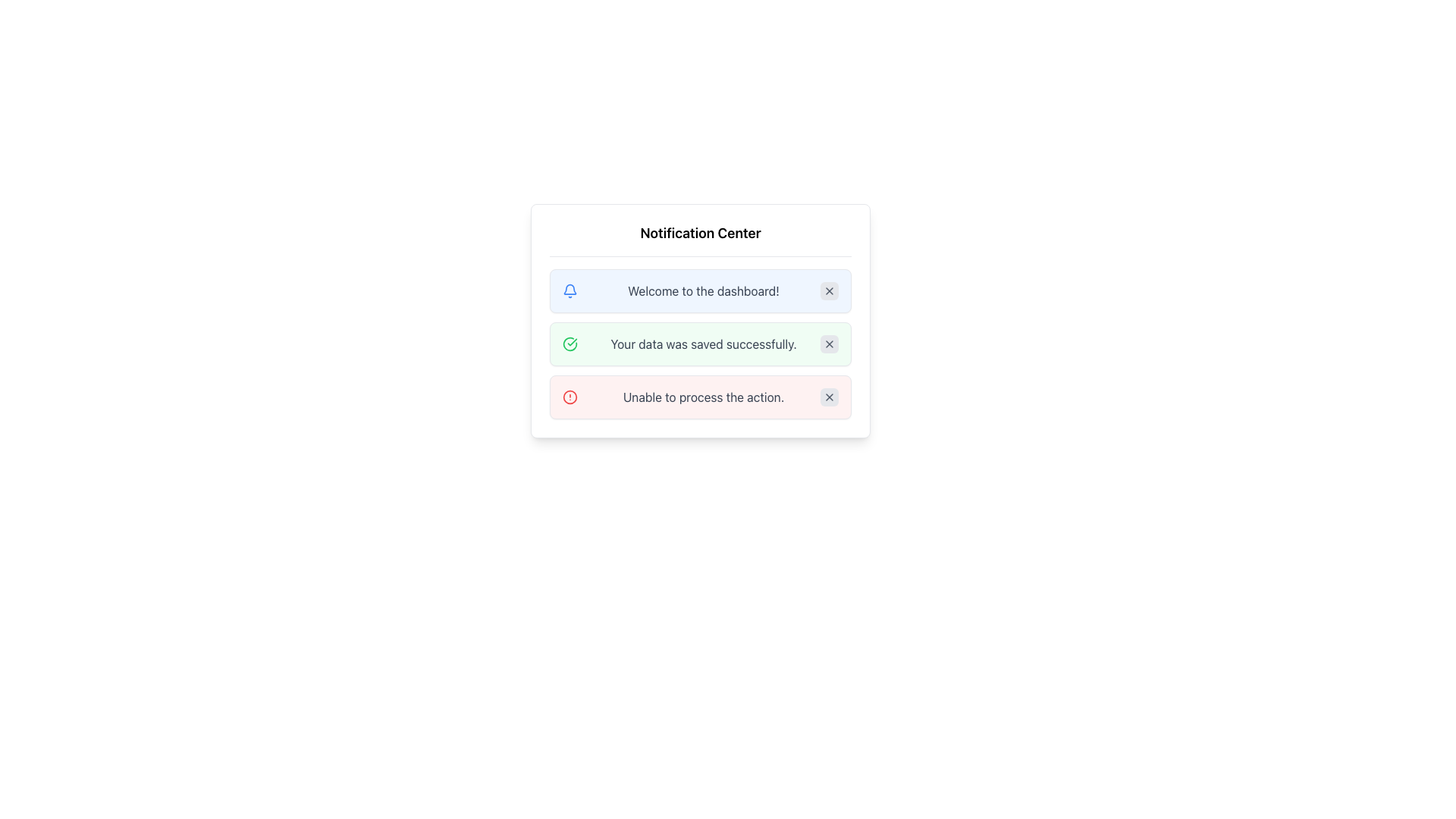 The image size is (1456, 819). I want to click on the error icon located in the bottom notification of the notification list, which is positioned to the left of the text 'Unable to process the action.', so click(570, 397).